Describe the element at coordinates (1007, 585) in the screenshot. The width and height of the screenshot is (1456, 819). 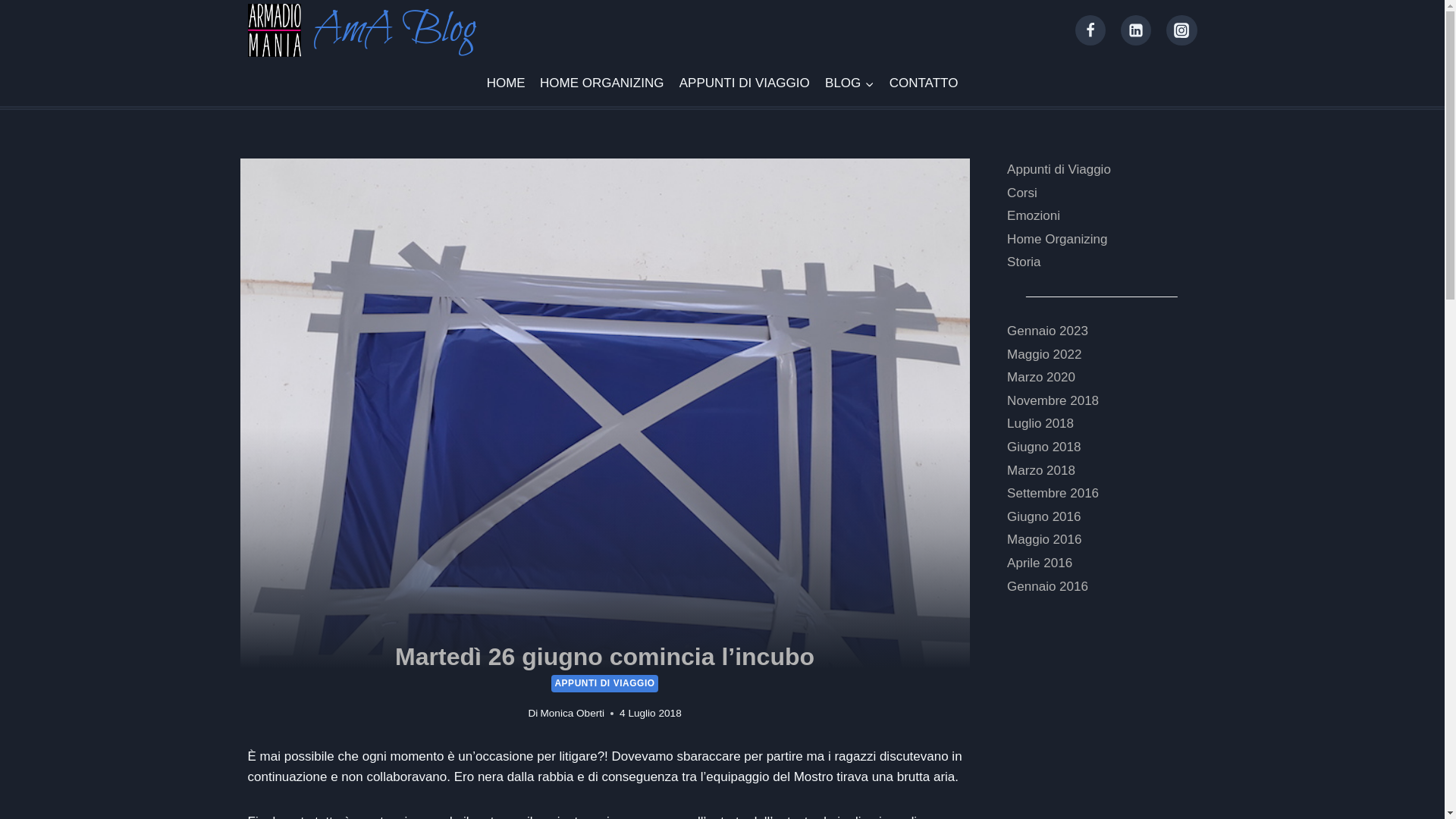
I see `'Gennaio 2016'` at that location.